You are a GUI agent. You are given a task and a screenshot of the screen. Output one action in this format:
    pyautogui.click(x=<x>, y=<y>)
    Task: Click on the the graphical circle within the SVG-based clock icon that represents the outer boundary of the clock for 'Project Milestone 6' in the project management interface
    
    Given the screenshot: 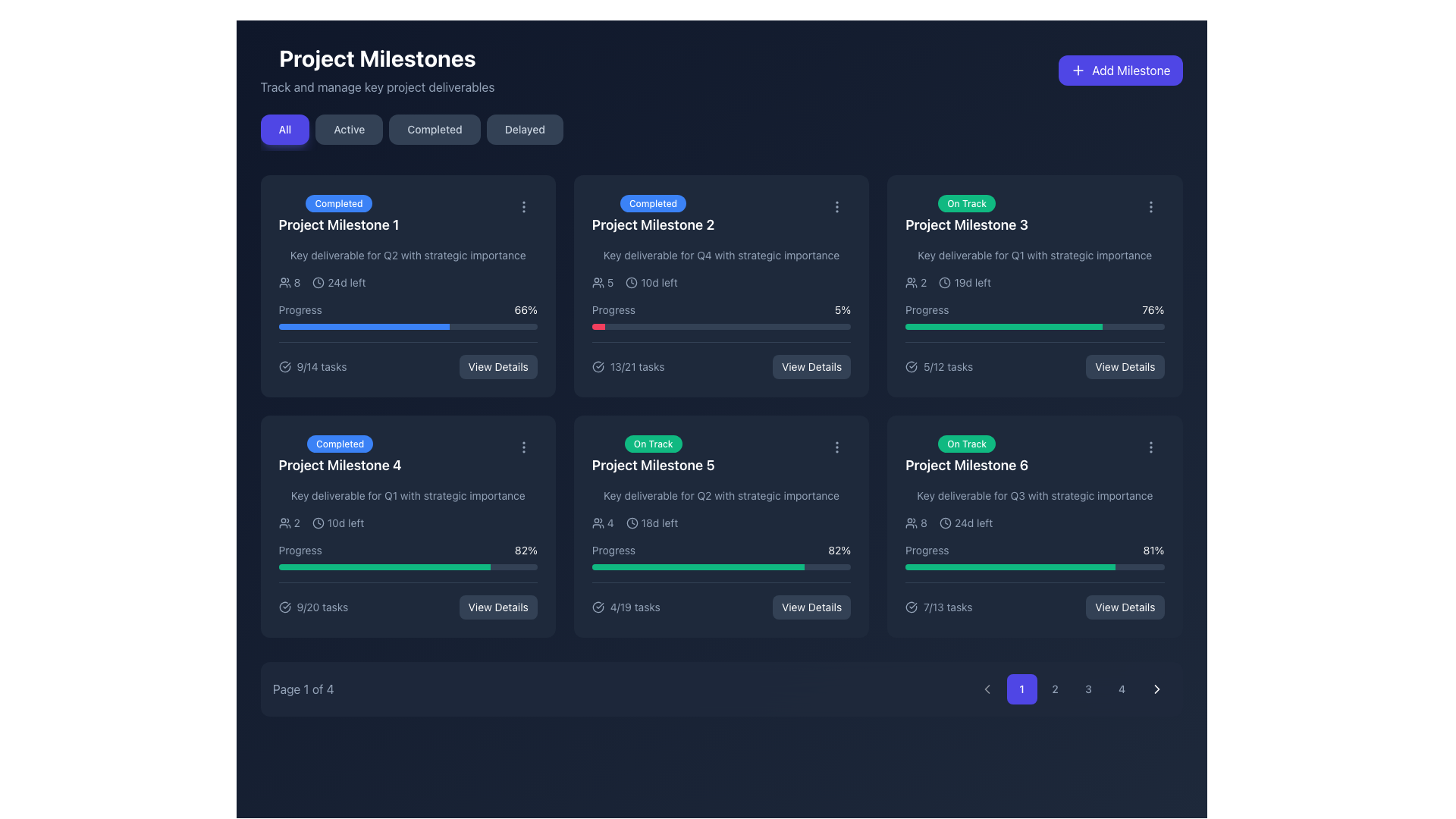 What is the action you would take?
    pyautogui.click(x=945, y=522)
    